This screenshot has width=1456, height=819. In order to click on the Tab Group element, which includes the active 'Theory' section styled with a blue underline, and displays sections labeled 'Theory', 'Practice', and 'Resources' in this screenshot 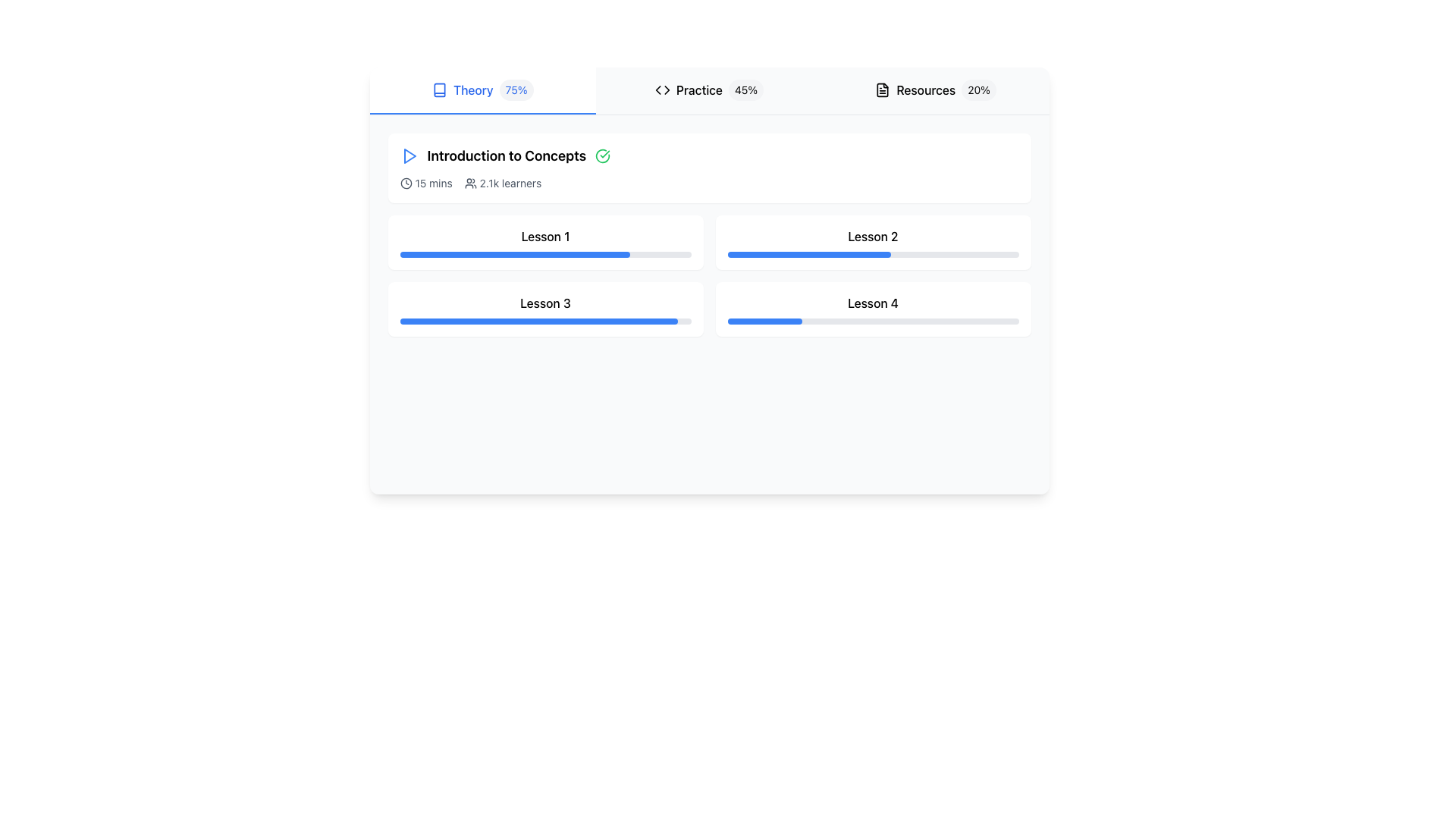, I will do `click(708, 91)`.